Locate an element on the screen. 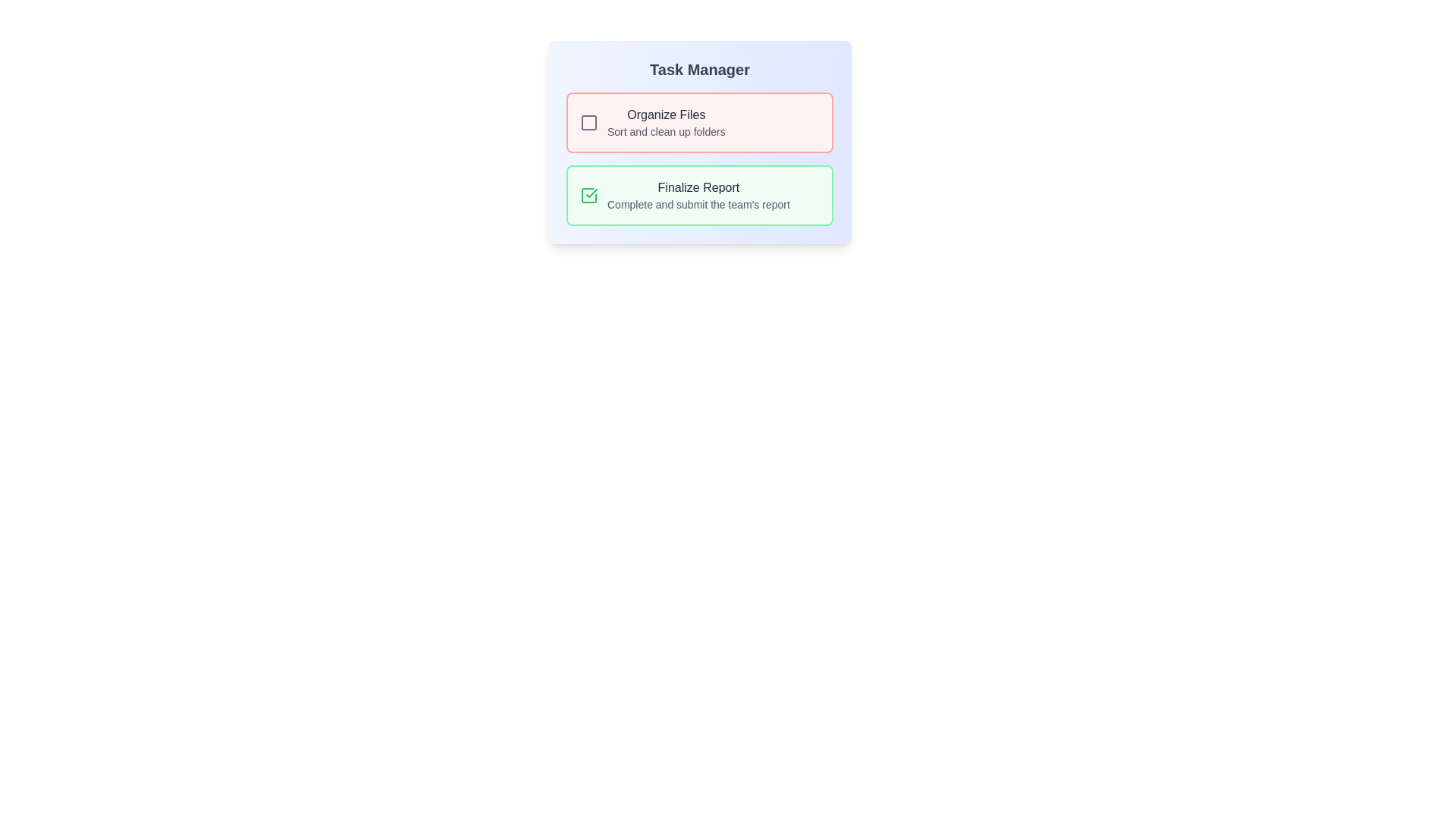 The height and width of the screenshot is (819, 1456). the static label or heading at the top of the task management card, which serves as a descriptive header for the section is located at coordinates (698, 70).